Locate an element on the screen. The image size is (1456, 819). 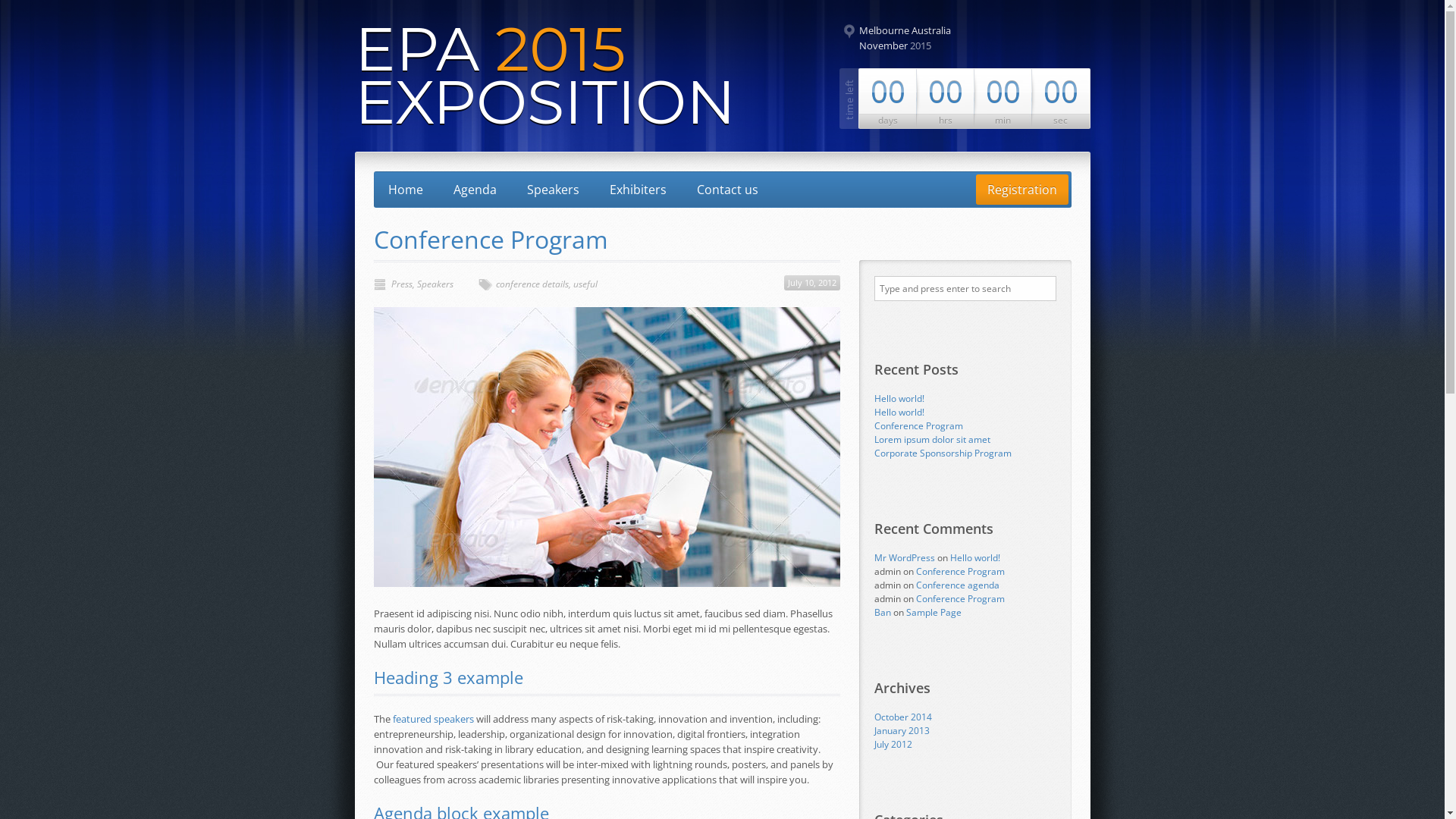
'Hello world!' is located at coordinates (899, 412).